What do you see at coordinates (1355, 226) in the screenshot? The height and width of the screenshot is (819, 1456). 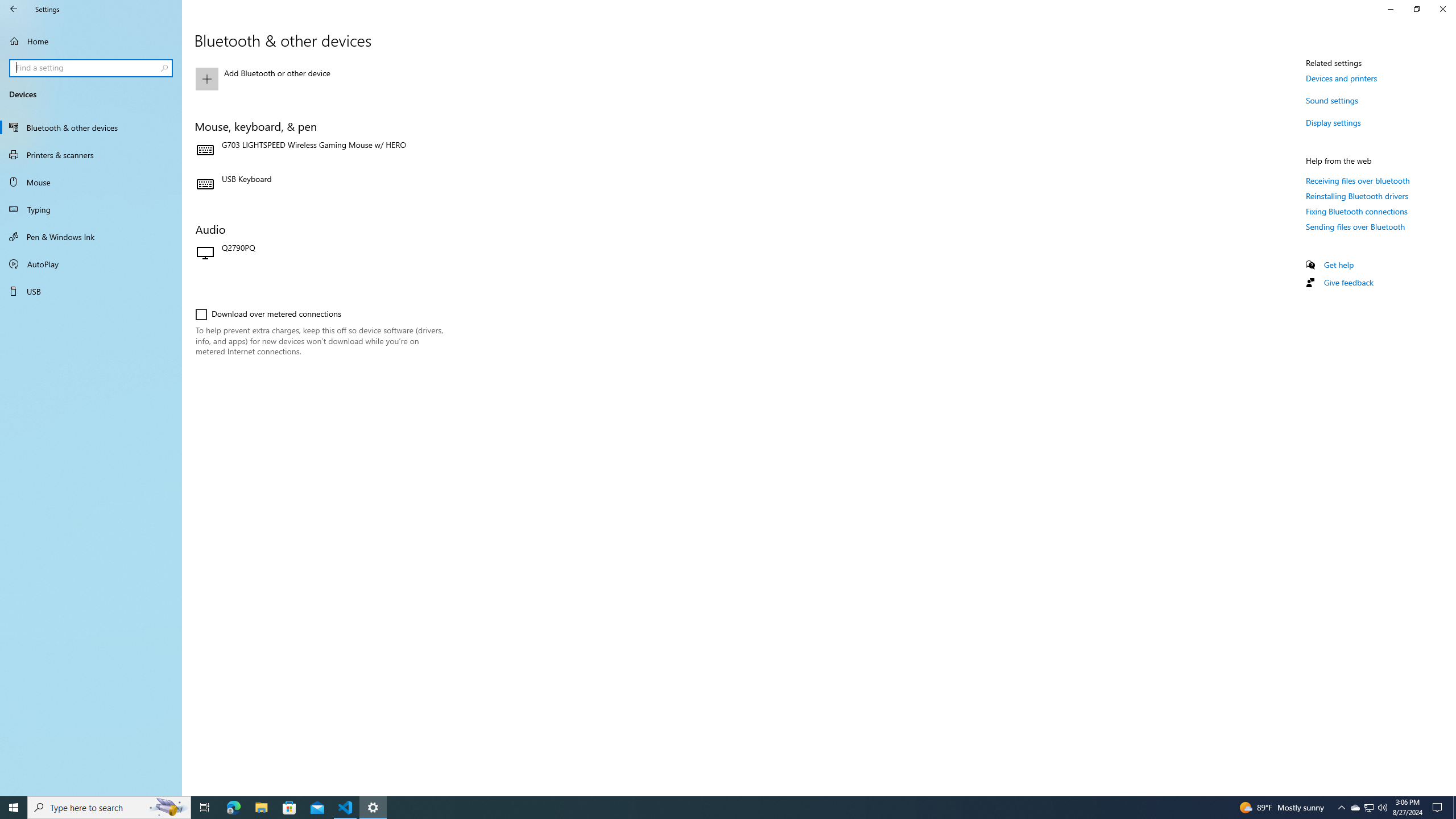 I see `'Sending files over Bluetooth'` at bounding box center [1355, 226].